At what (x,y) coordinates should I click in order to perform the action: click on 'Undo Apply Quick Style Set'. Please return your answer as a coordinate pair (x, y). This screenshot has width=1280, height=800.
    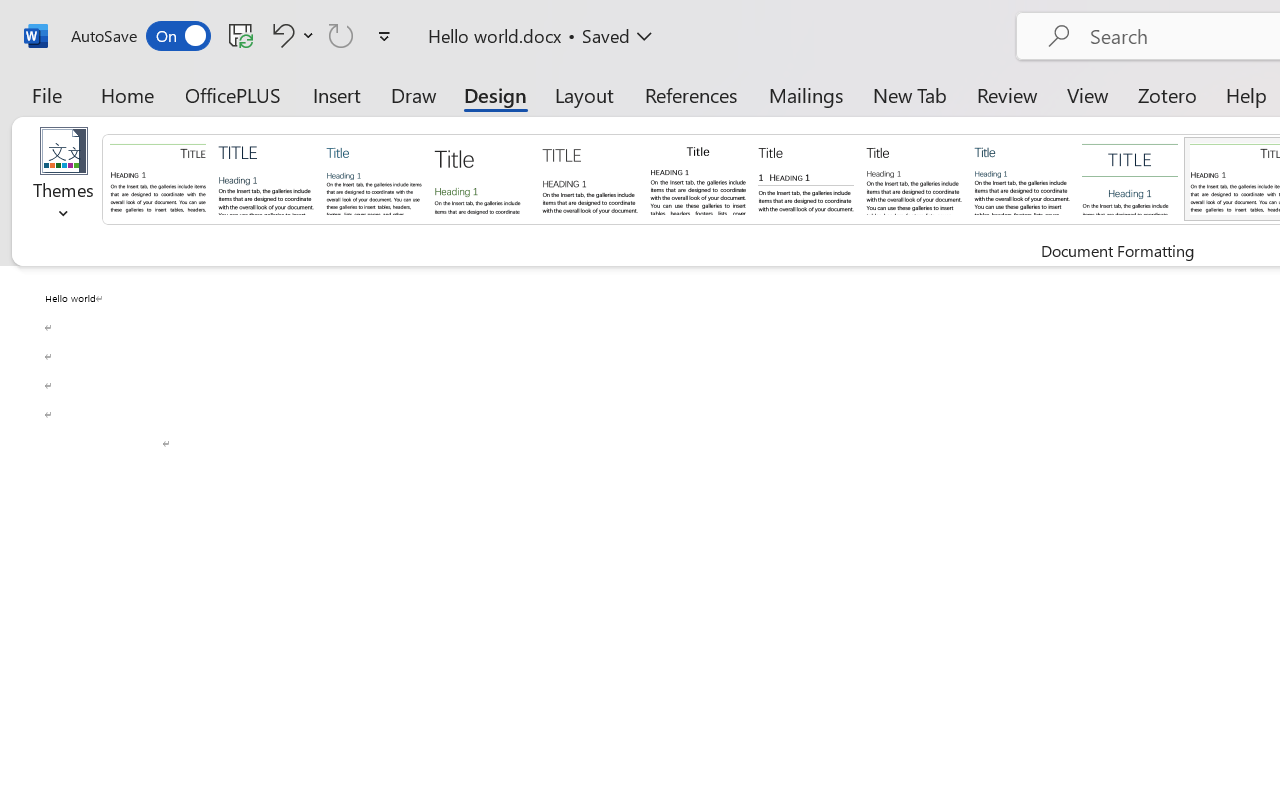
    Looking at the image, I should click on (279, 34).